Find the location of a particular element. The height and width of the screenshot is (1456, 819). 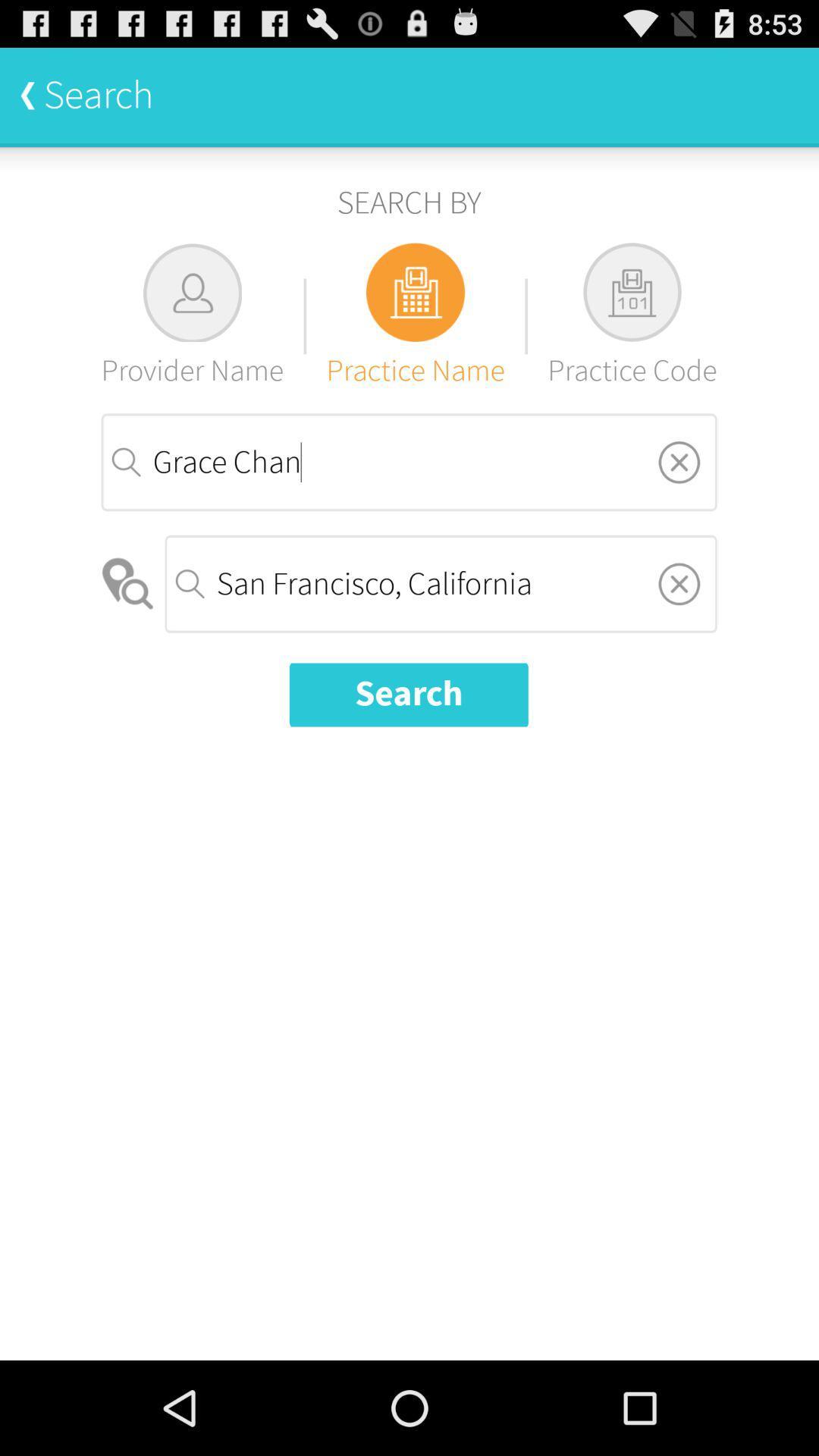

item below grace chan item is located at coordinates (441, 583).